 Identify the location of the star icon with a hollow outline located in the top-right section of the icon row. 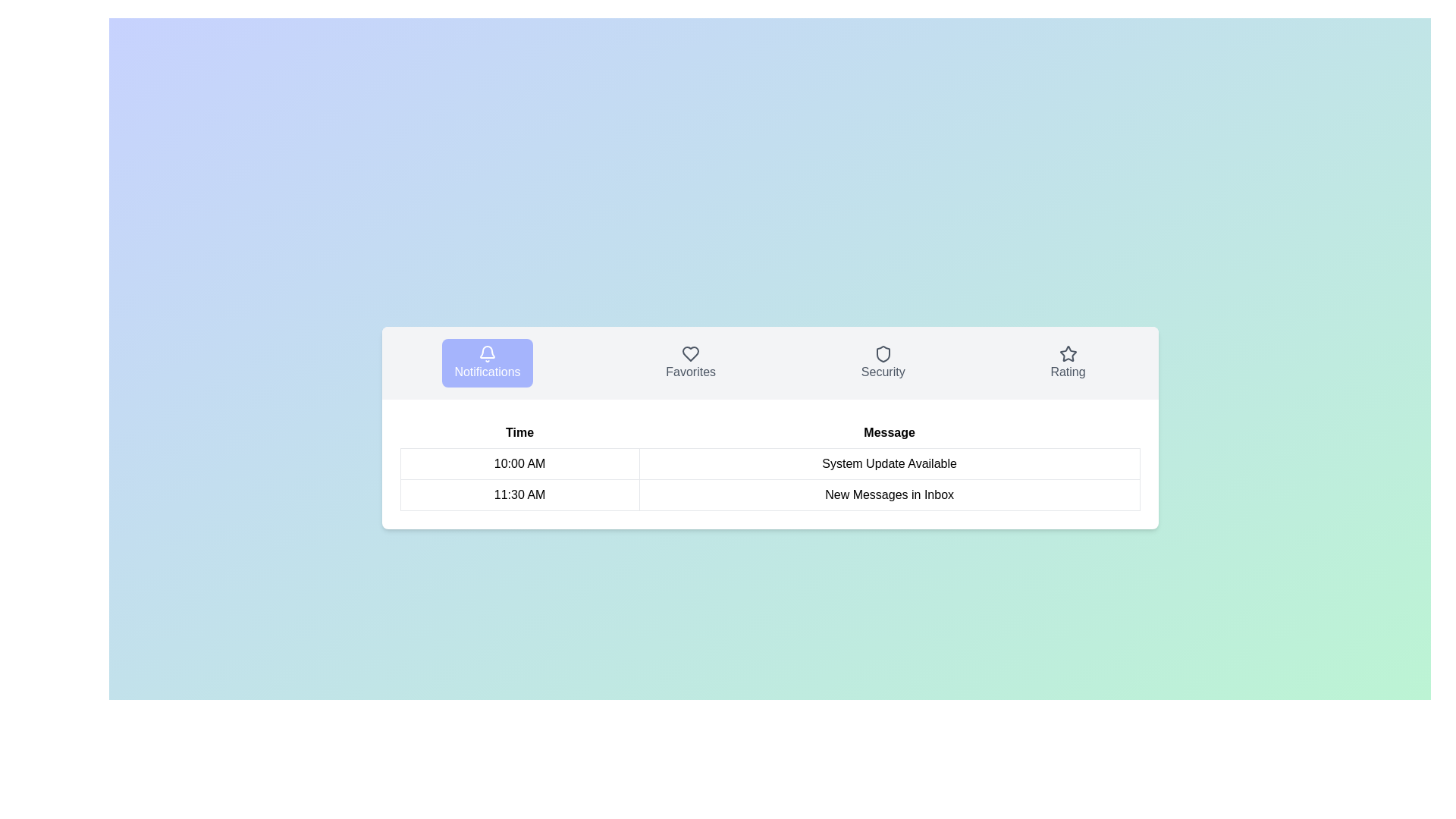
(1066, 353).